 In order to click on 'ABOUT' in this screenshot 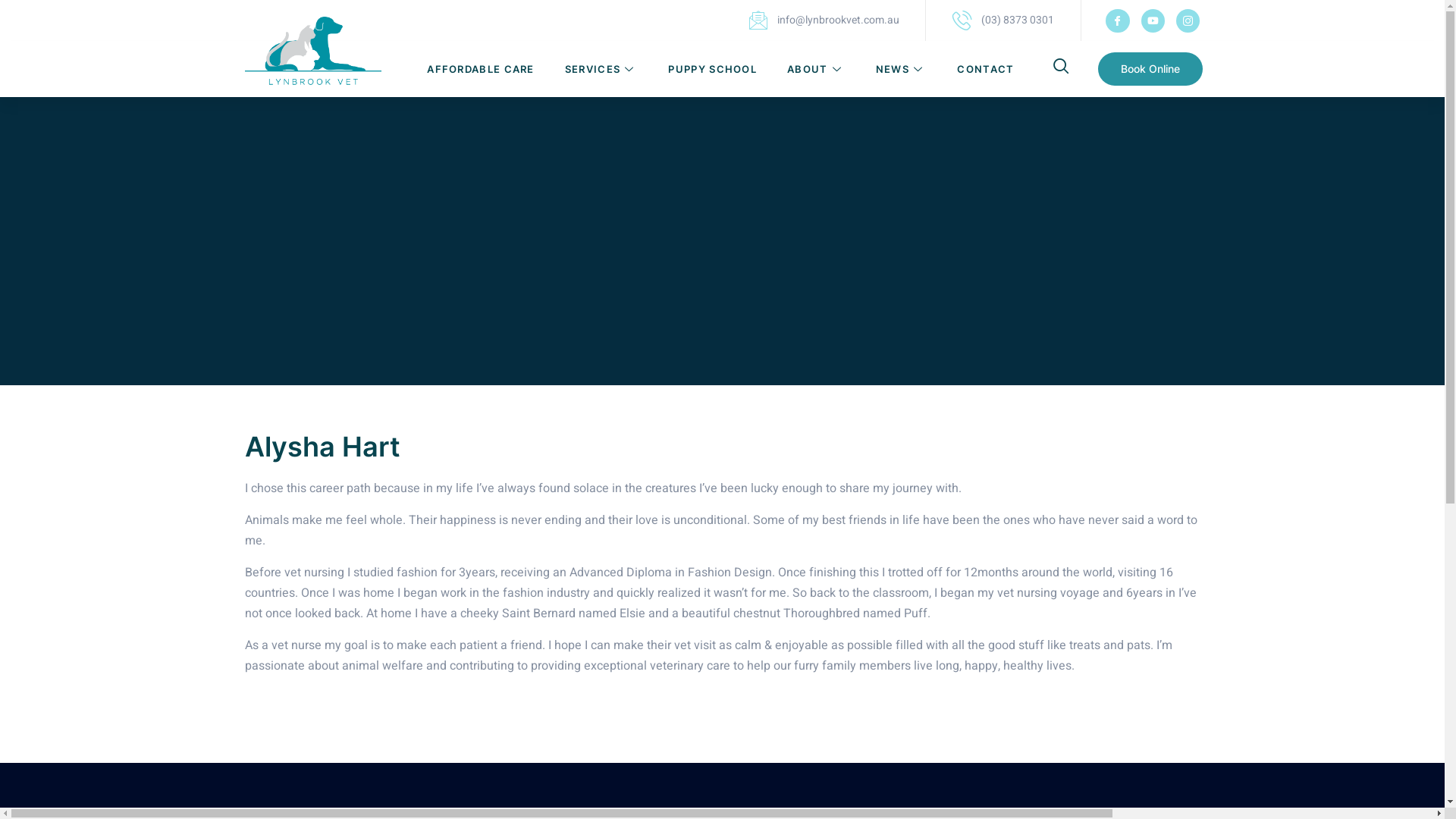, I will do `click(815, 69)`.